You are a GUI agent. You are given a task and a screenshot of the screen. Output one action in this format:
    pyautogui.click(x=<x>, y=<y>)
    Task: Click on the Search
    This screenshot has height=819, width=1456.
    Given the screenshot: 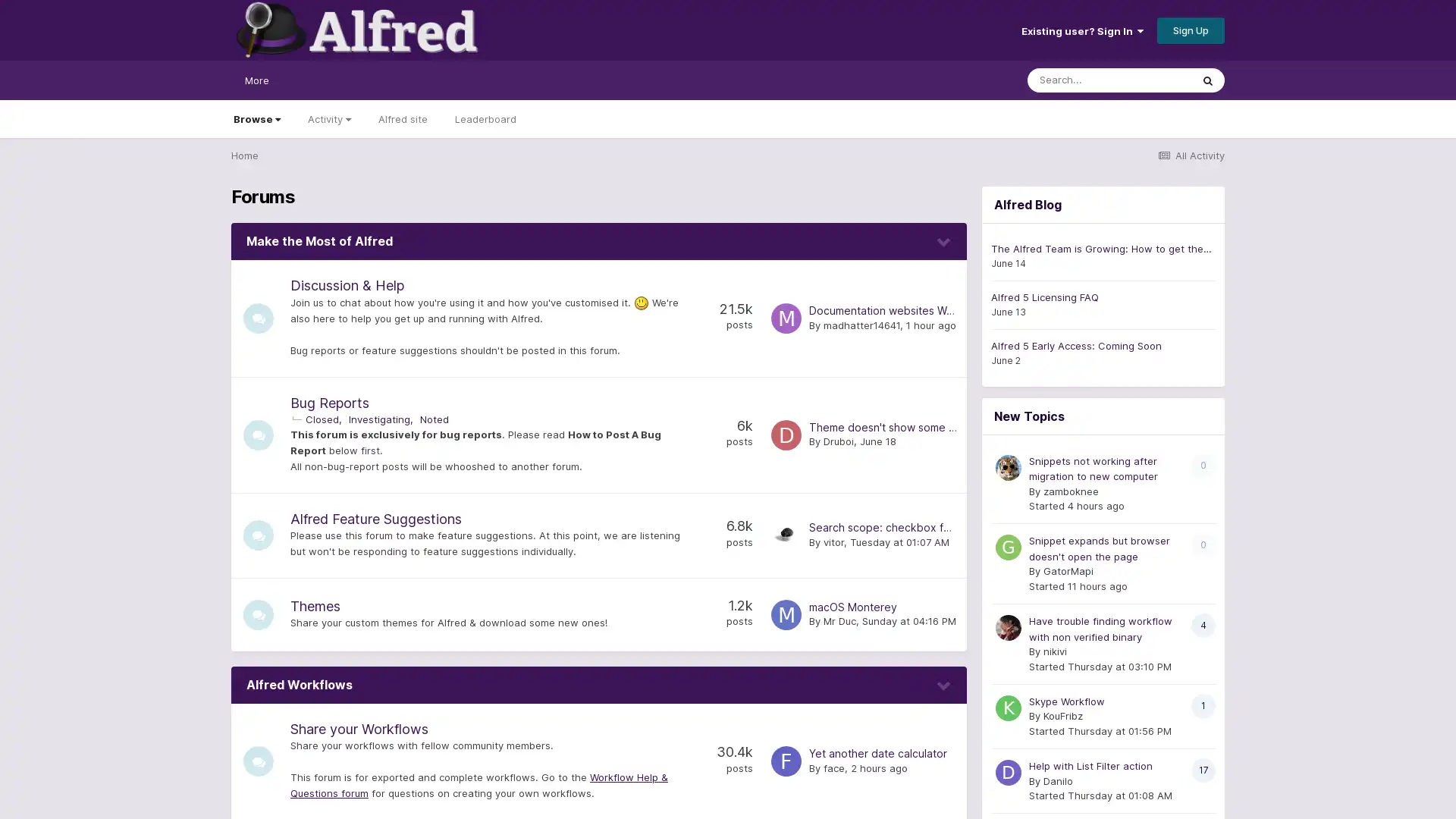 What is the action you would take?
    pyautogui.click(x=1207, y=80)
    